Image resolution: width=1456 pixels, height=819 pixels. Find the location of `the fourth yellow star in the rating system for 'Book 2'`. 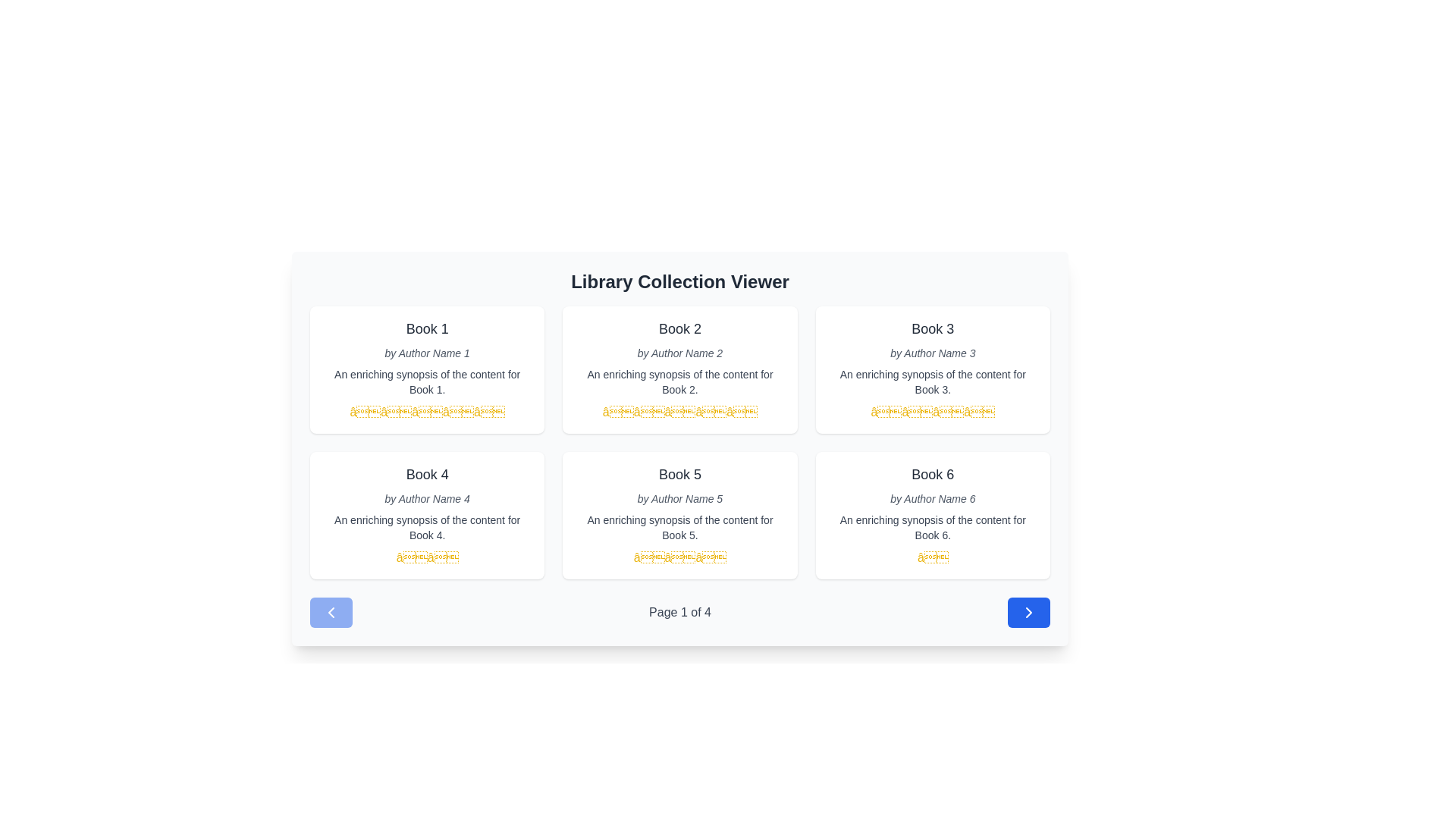

the fourth yellow star in the rating system for 'Book 2' is located at coordinates (710, 412).